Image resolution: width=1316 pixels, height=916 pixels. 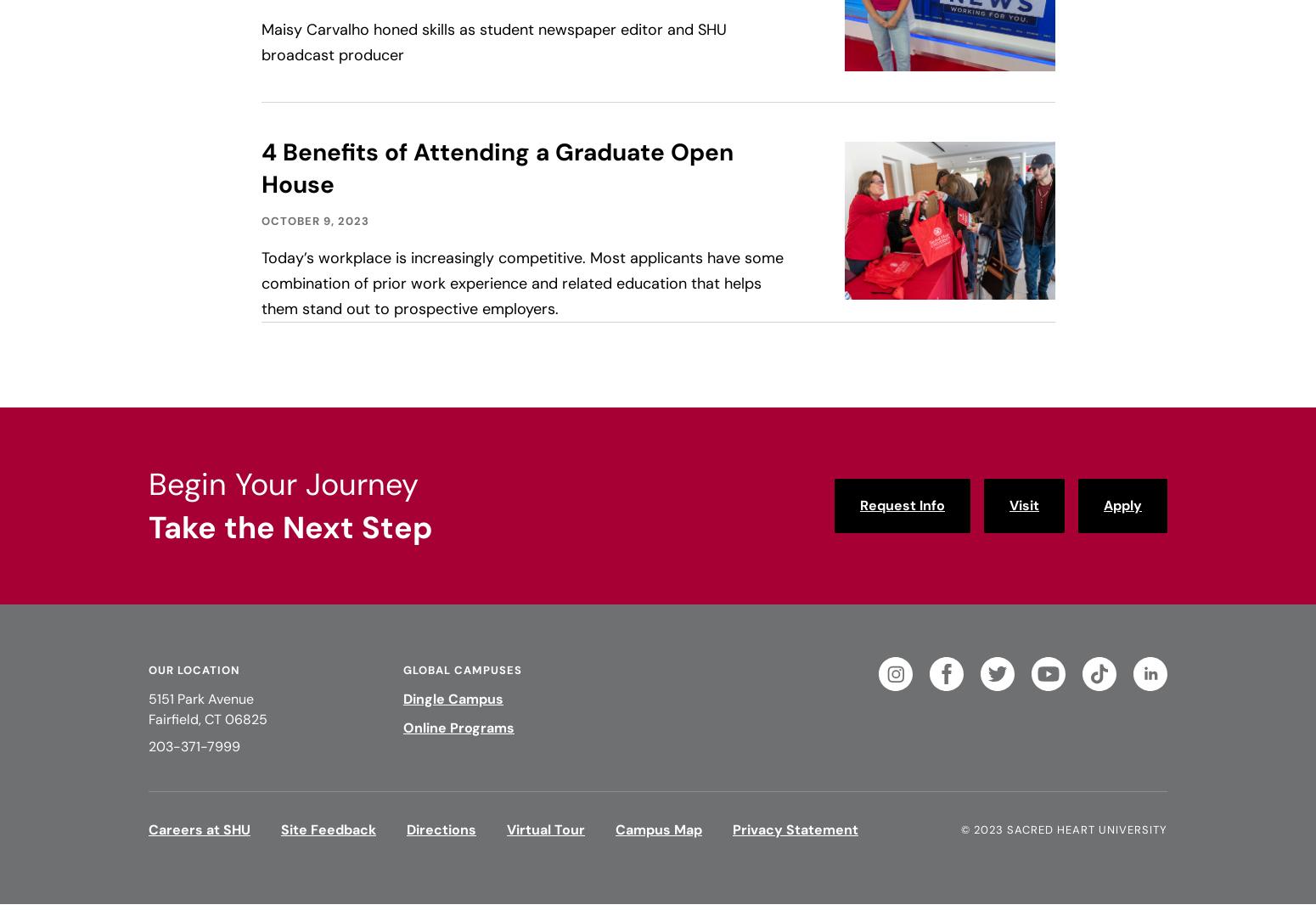 I want to click on 'Take the Next Step', so click(x=290, y=527).